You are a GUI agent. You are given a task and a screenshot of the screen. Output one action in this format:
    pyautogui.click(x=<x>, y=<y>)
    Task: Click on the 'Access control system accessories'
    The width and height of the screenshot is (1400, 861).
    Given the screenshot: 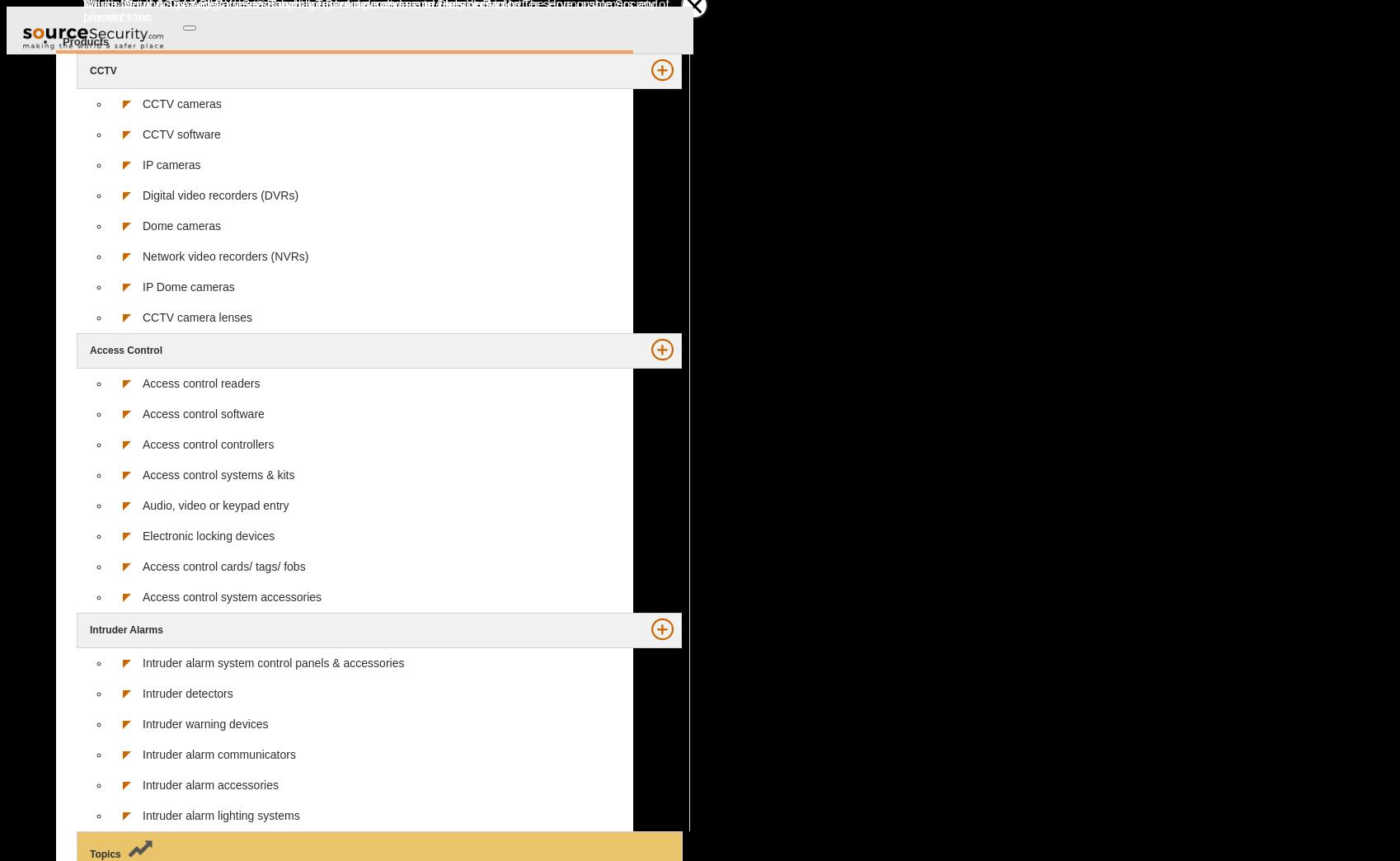 What is the action you would take?
    pyautogui.click(x=231, y=595)
    